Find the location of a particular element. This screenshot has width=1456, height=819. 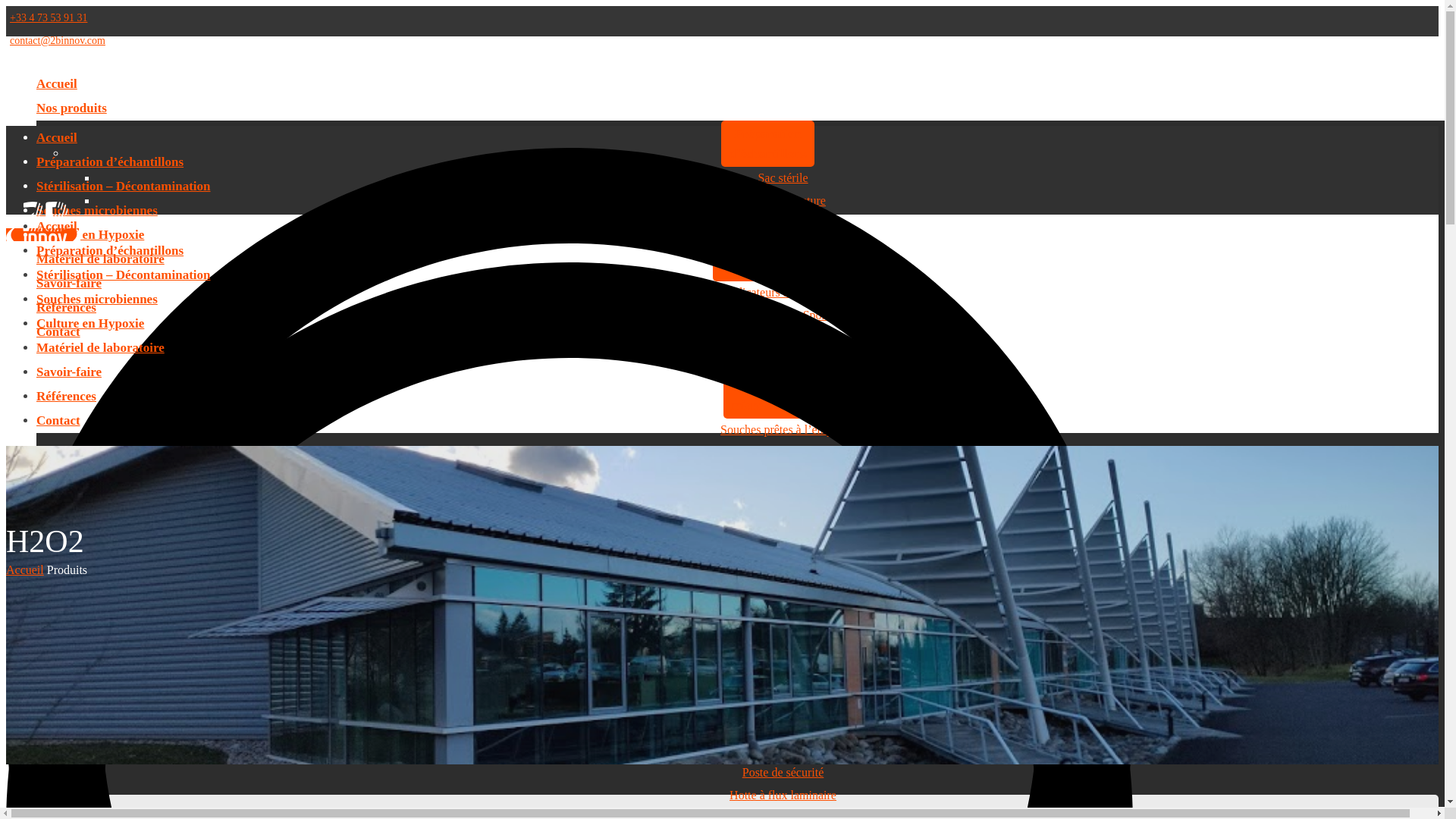

'Nos produits' is located at coordinates (71, 107).